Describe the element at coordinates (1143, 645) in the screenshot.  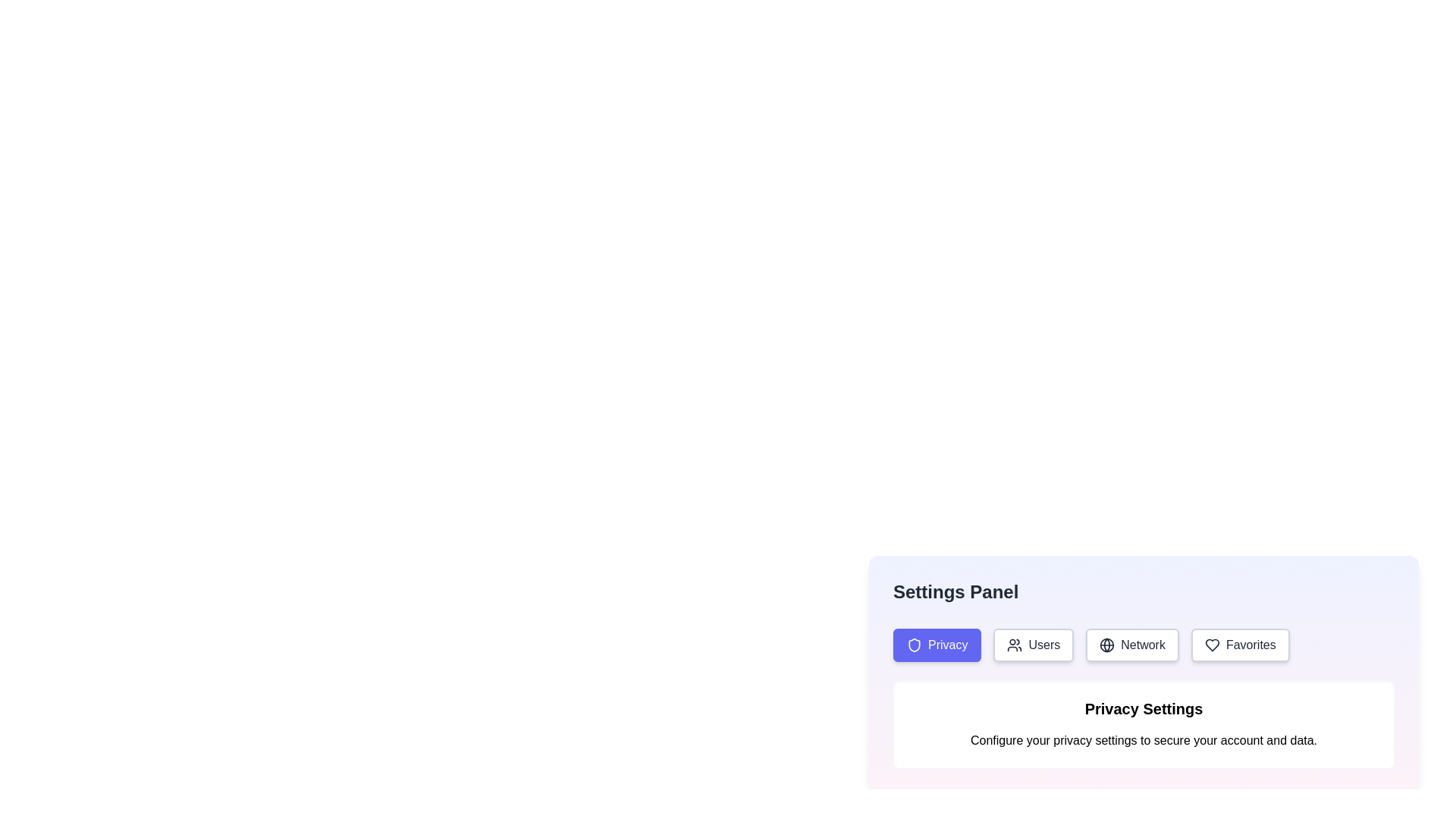
I see `the text label within the network settings button located at the top-right section of the settings interface` at that location.